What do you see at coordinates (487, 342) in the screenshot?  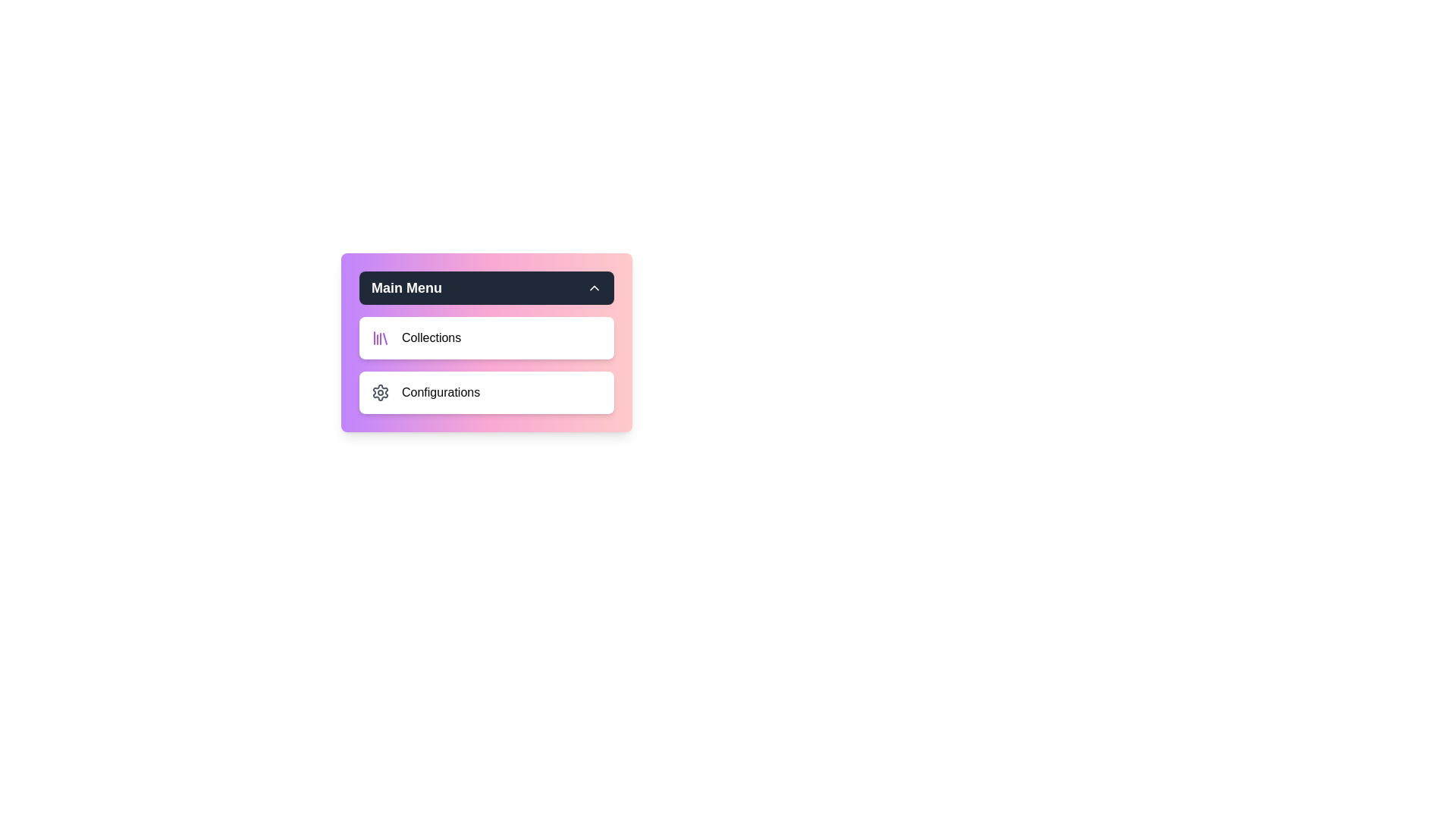 I see `the Navigational menu with a gradient background that includes the 'Collections' and 'Configurations' sections` at bounding box center [487, 342].